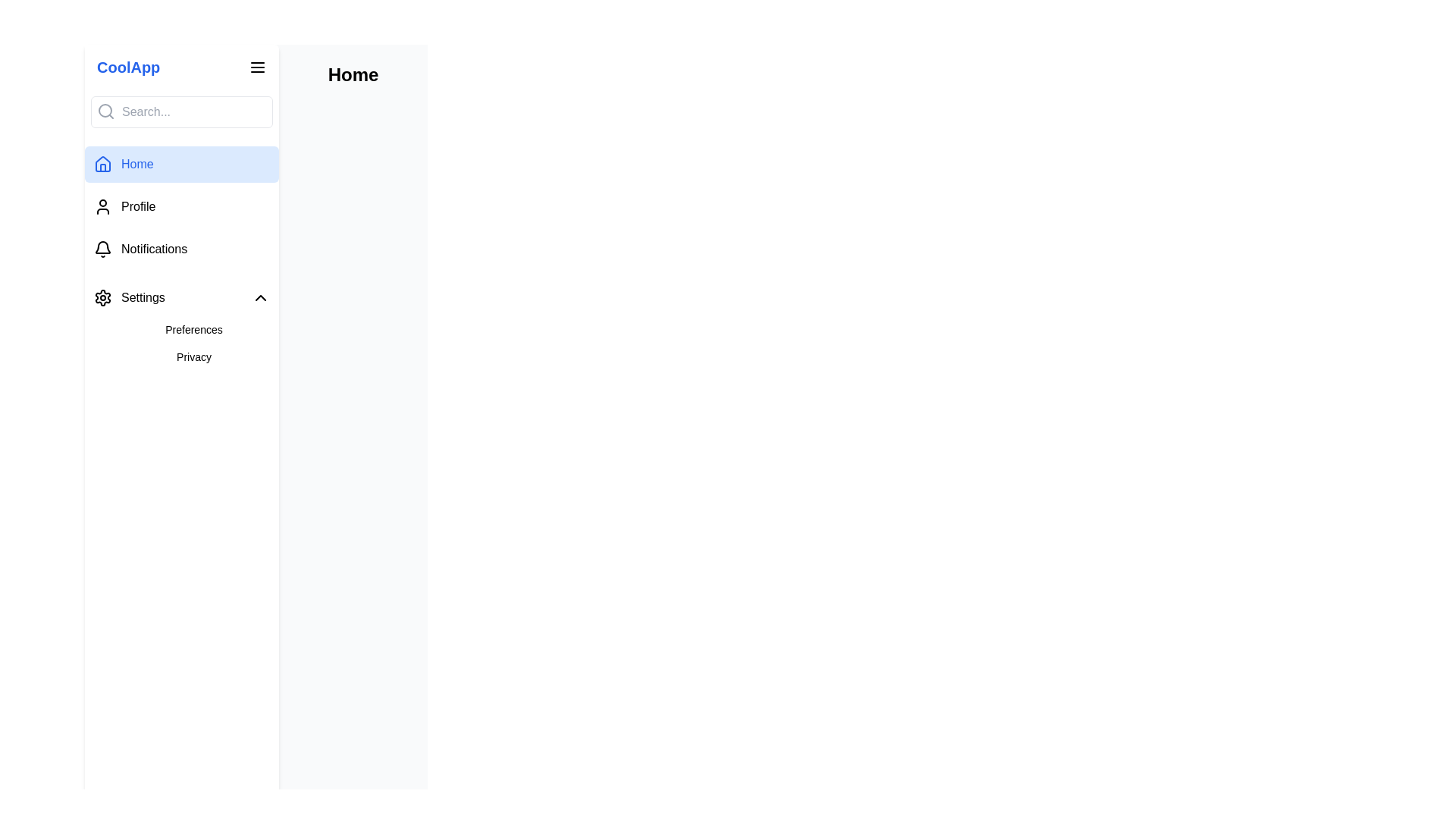  I want to click on the user silhouette icon, so click(102, 207).